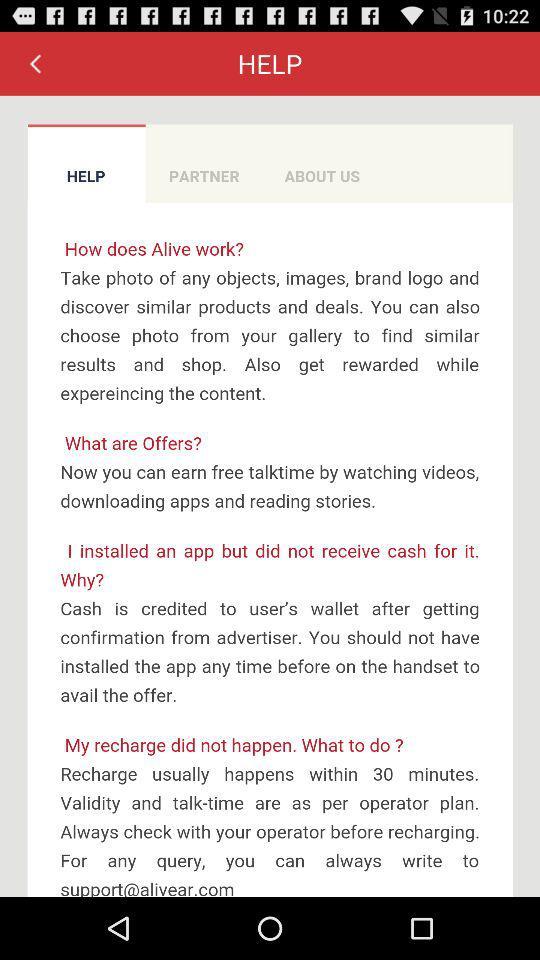  I want to click on go back, so click(35, 63).